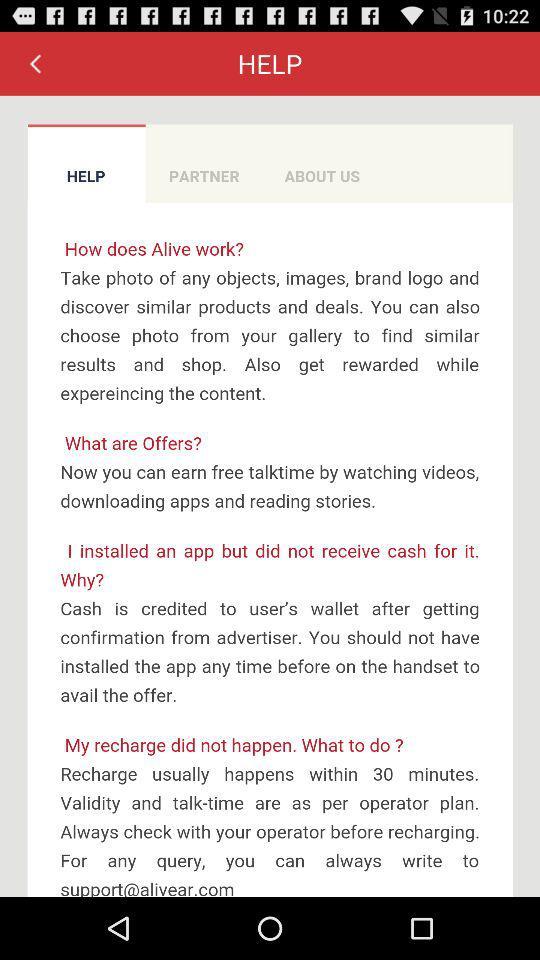  I want to click on go back, so click(35, 63).